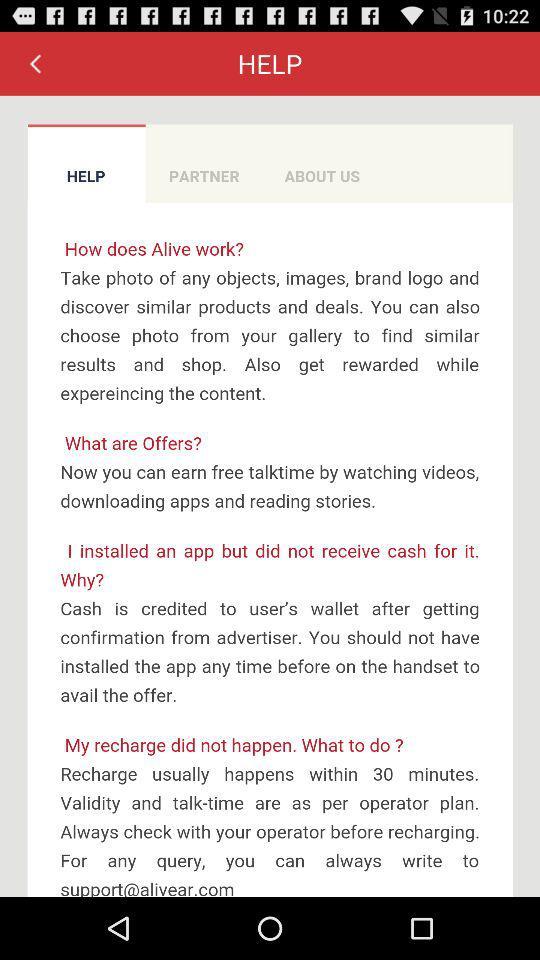  I want to click on go back, so click(35, 63).